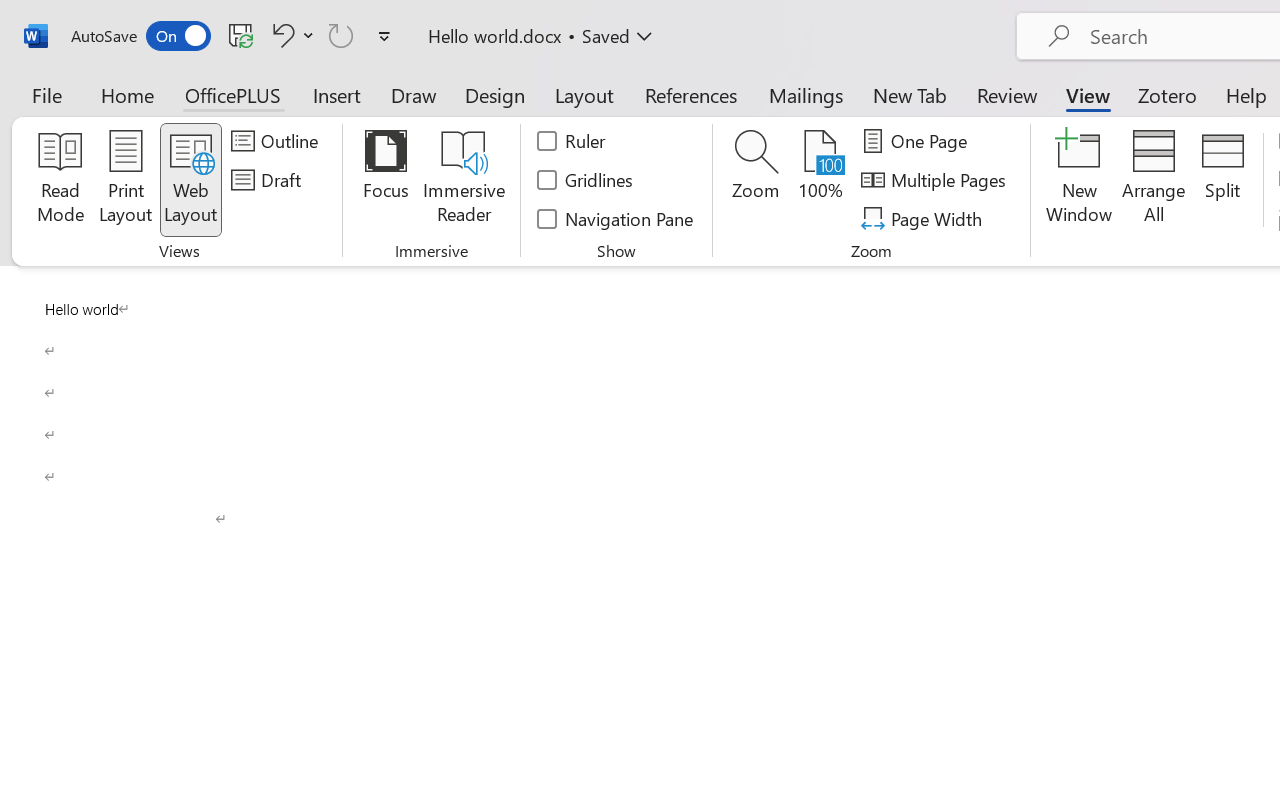 This screenshot has width=1280, height=800. Describe the element at coordinates (234, 35) in the screenshot. I see `'Quick Access Toolbar'` at that location.